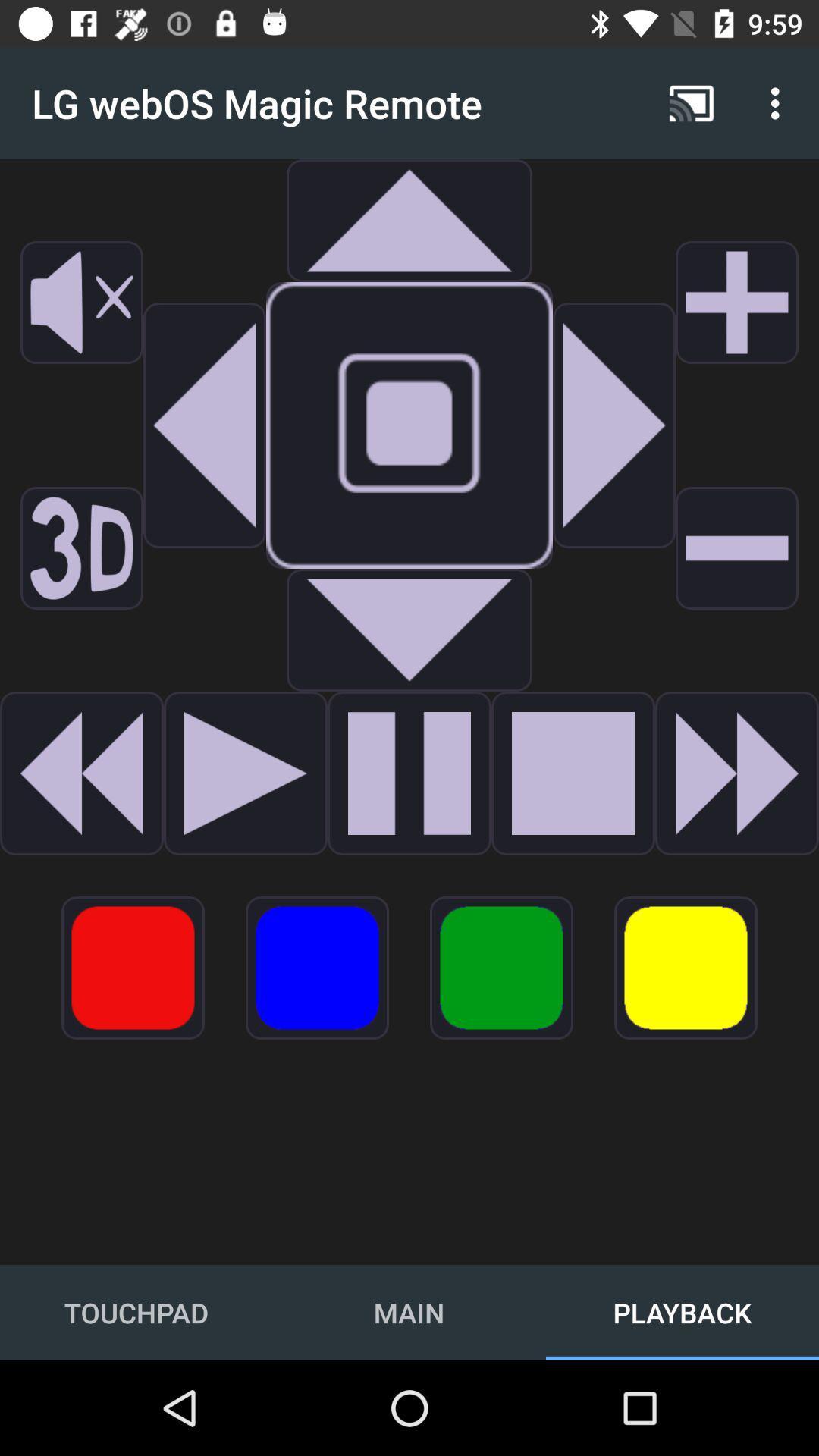 This screenshot has width=819, height=1456. I want to click on the expand_less icon, so click(409, 220).